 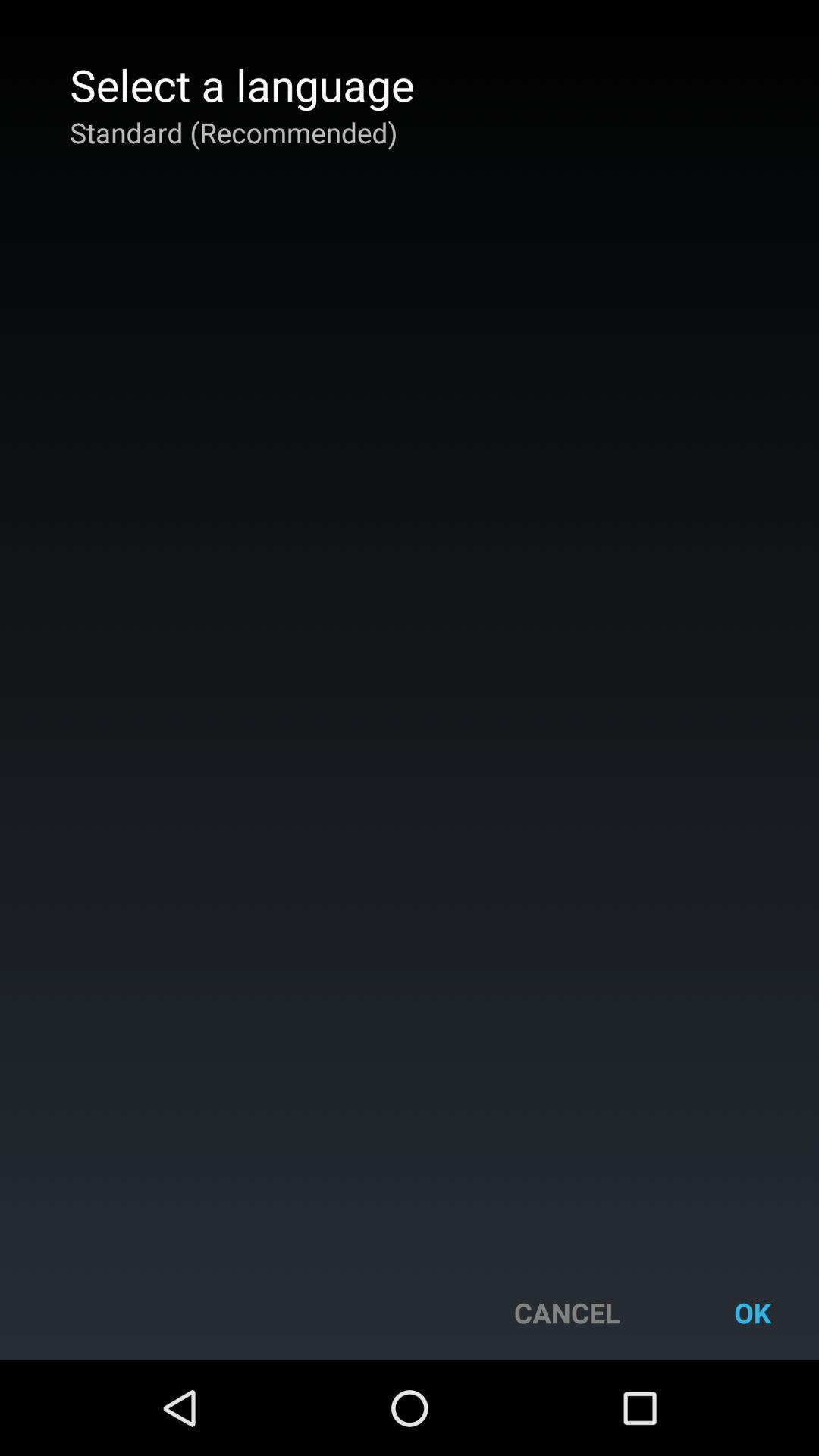 What do you see at coordinates (241, 83) in the screenshot?
I see `the select a language item` at bounding box center [241, 83].